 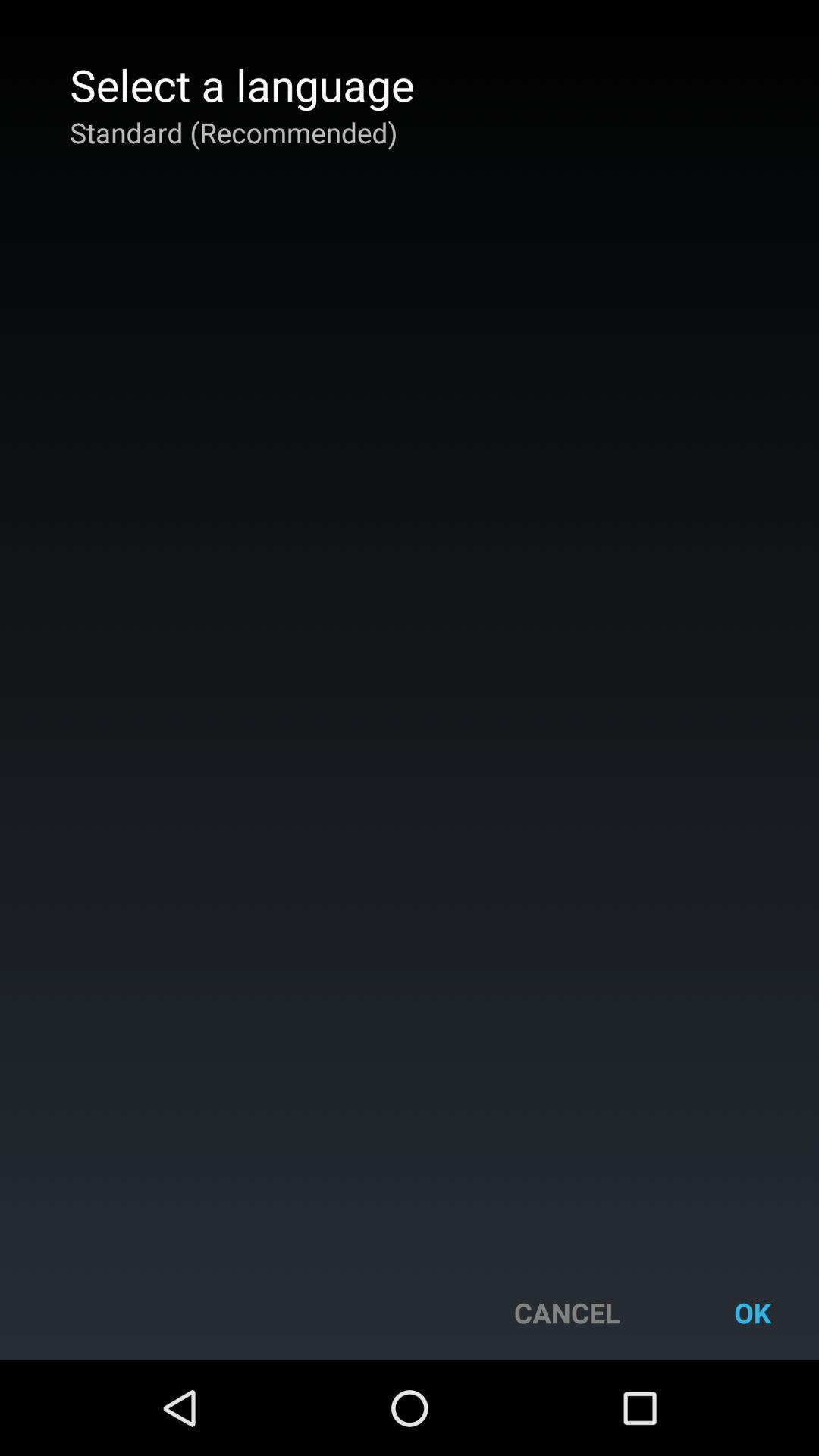 What do you see at coordinates (241, 83) in the screenshot?
I see `the select a language item` at bounding box center [241, 83].